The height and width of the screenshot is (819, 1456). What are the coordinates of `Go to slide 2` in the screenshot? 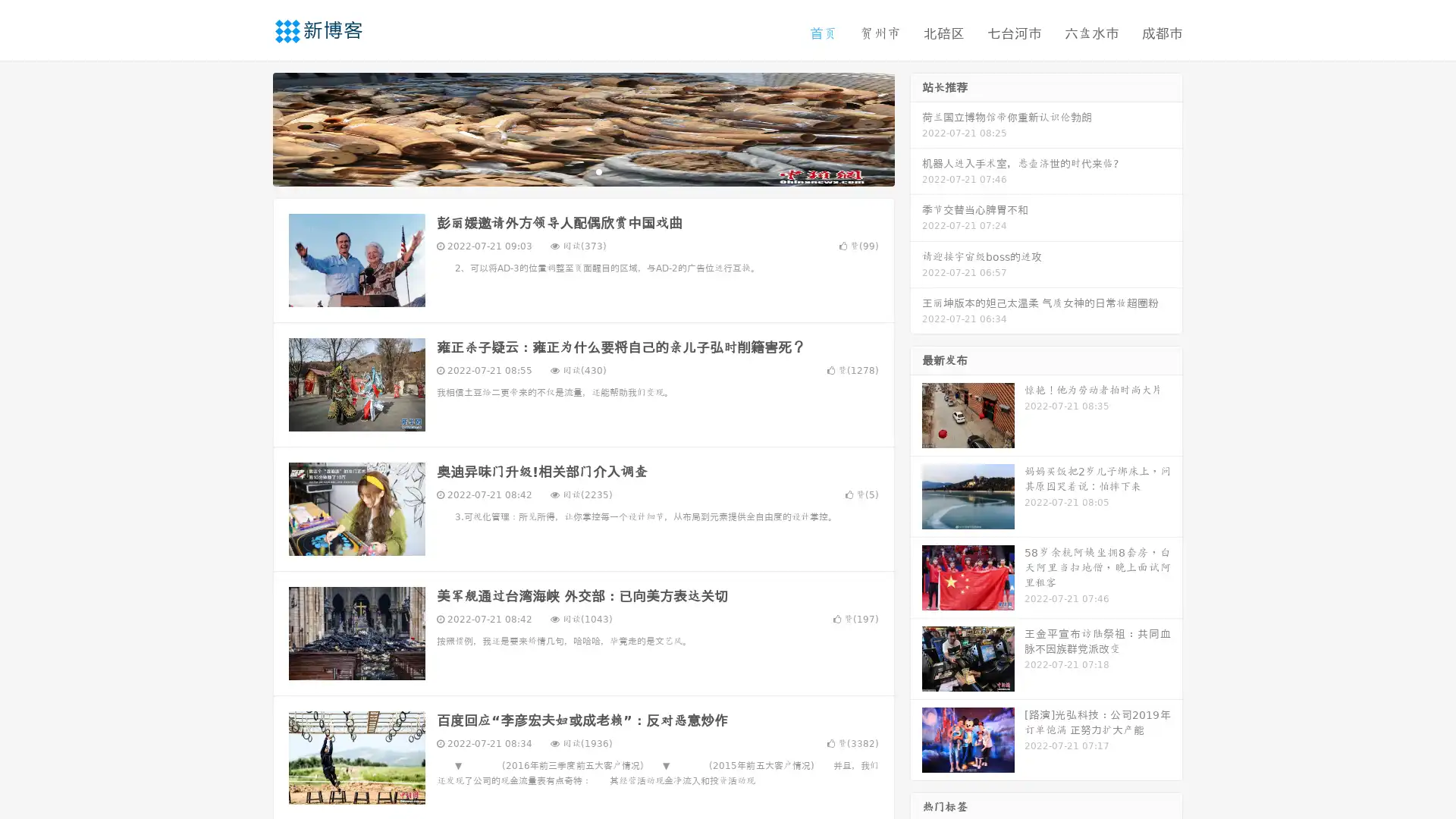 It's located at (582, 171).